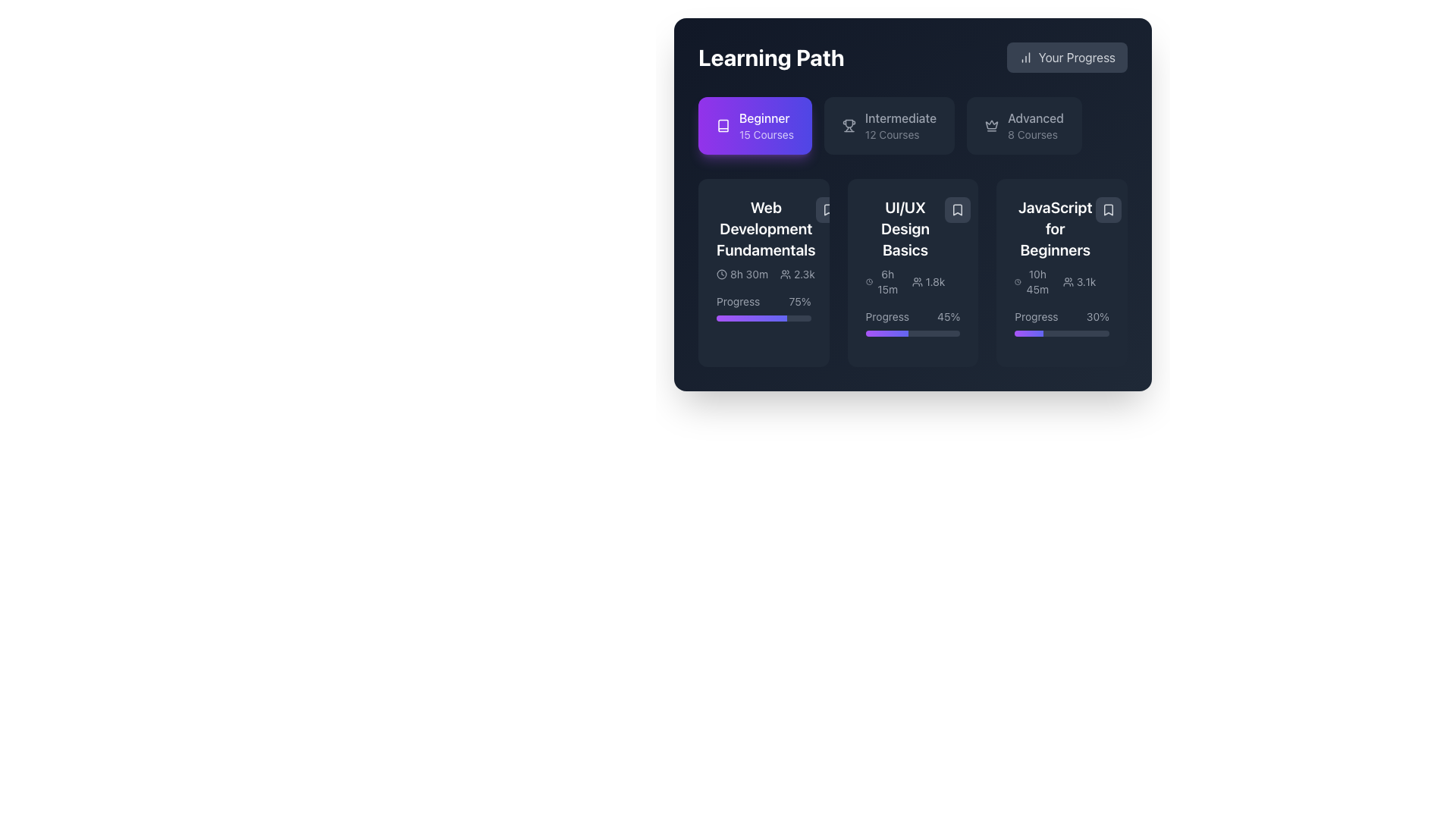 This screenshot has height=819, width=1456. Describe the element at coordinates (1085, 281) in the screenshot. I see `the static text displaying the numerical statistic associated with the icon representing a group of people in the card titled 'JavaScript for Beginners'` at that location.